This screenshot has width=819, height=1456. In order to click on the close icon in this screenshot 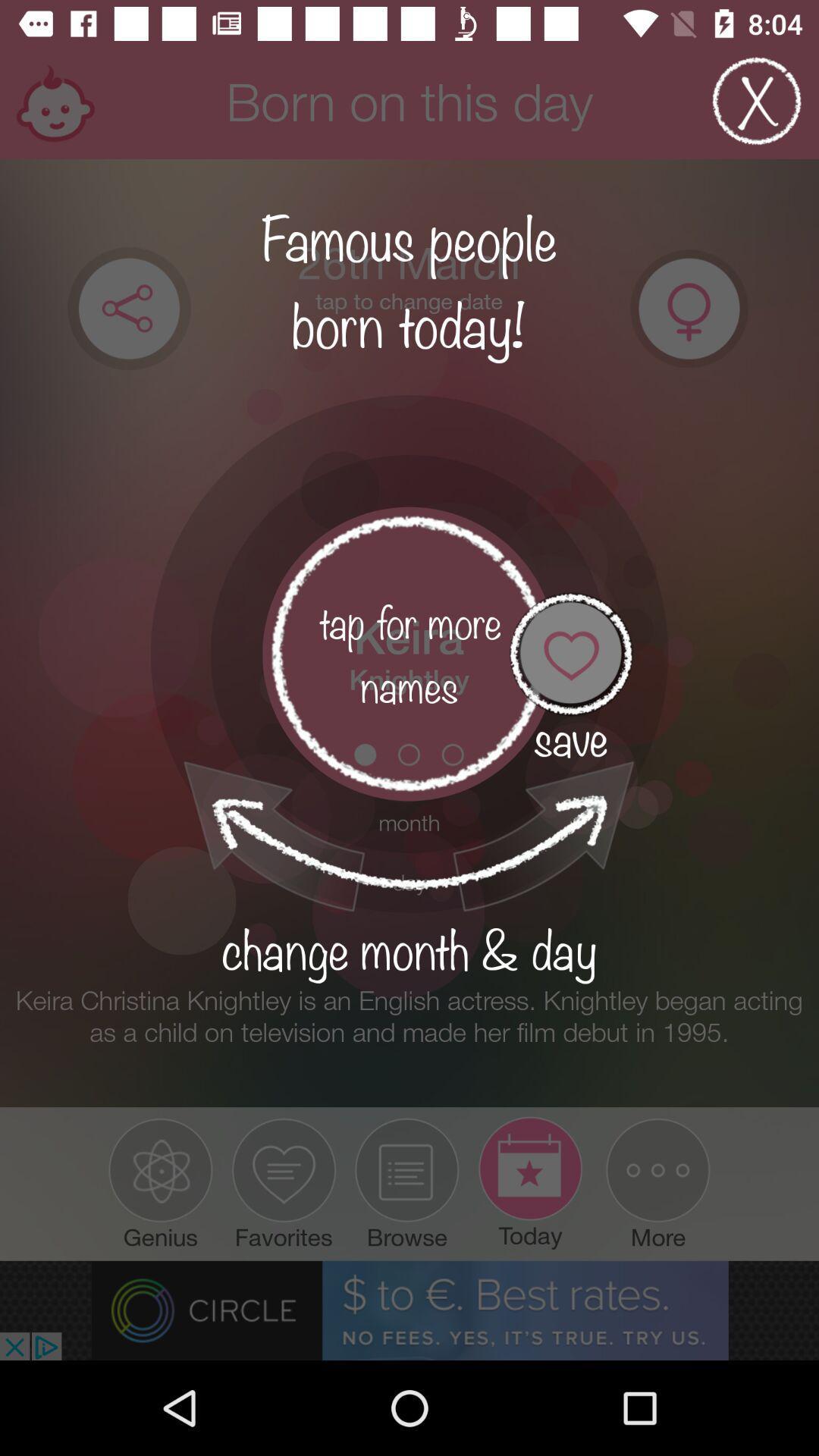, I will do `click(757, 108)`.